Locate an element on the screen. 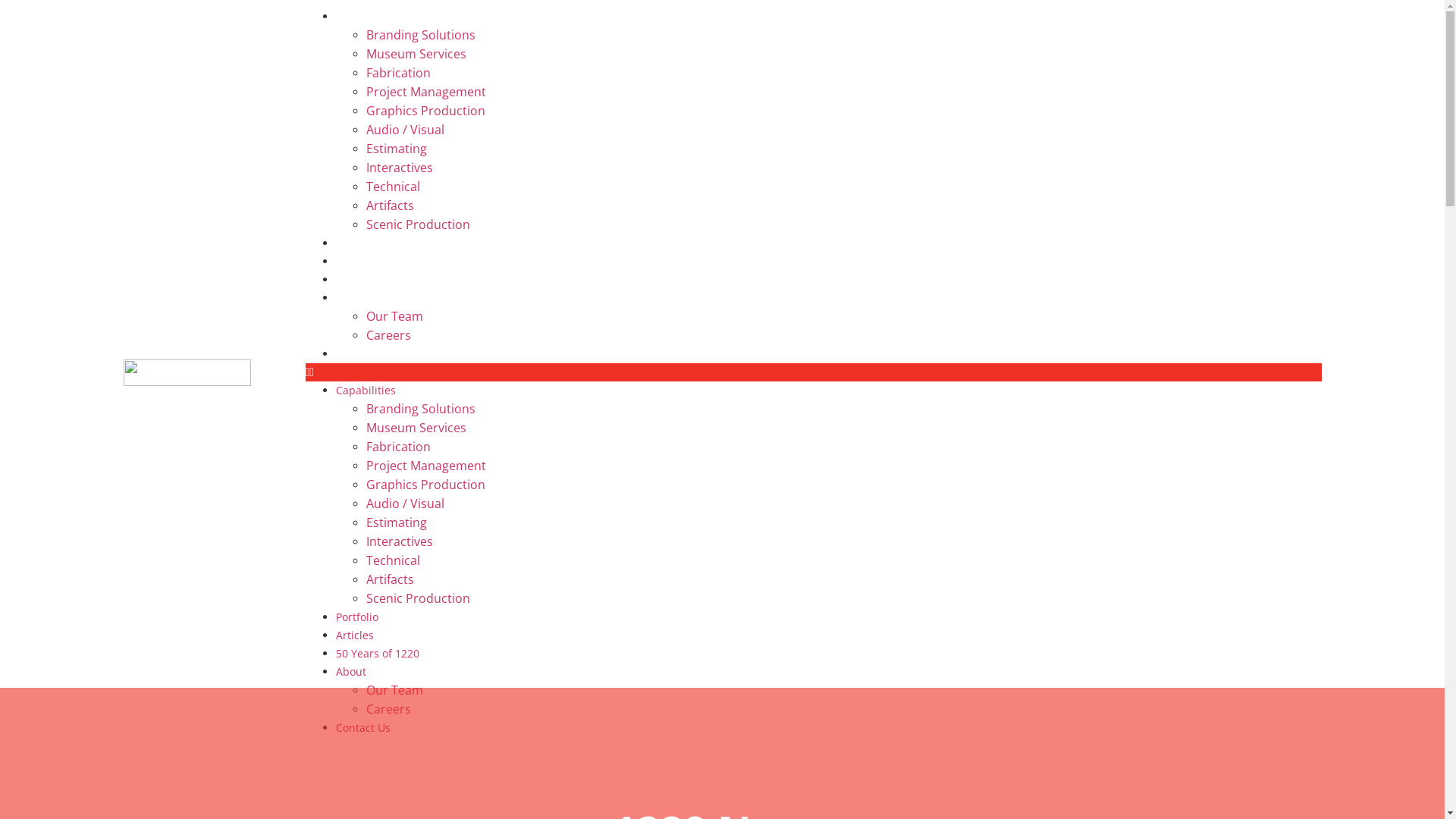  'Audio / Visual' is located at coordinates (404, 503).